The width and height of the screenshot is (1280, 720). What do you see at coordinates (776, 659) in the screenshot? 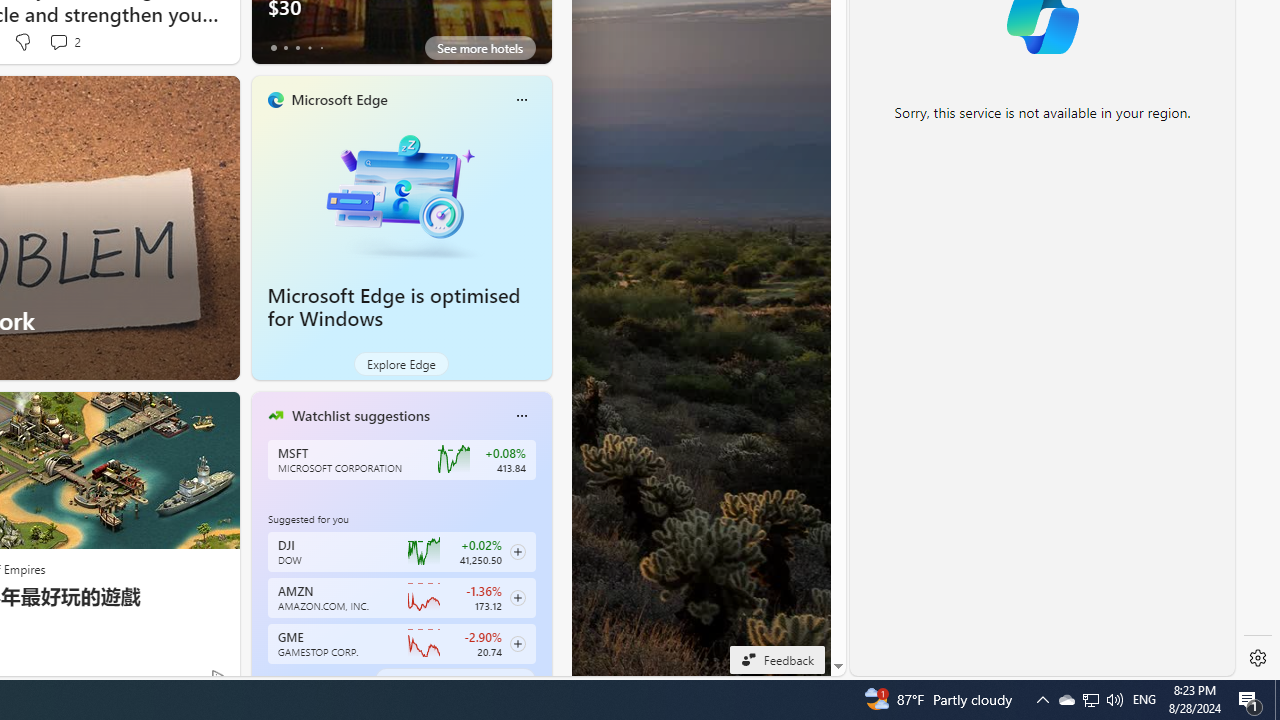
I see `'Feedback'` at bounding box center [776, 659].